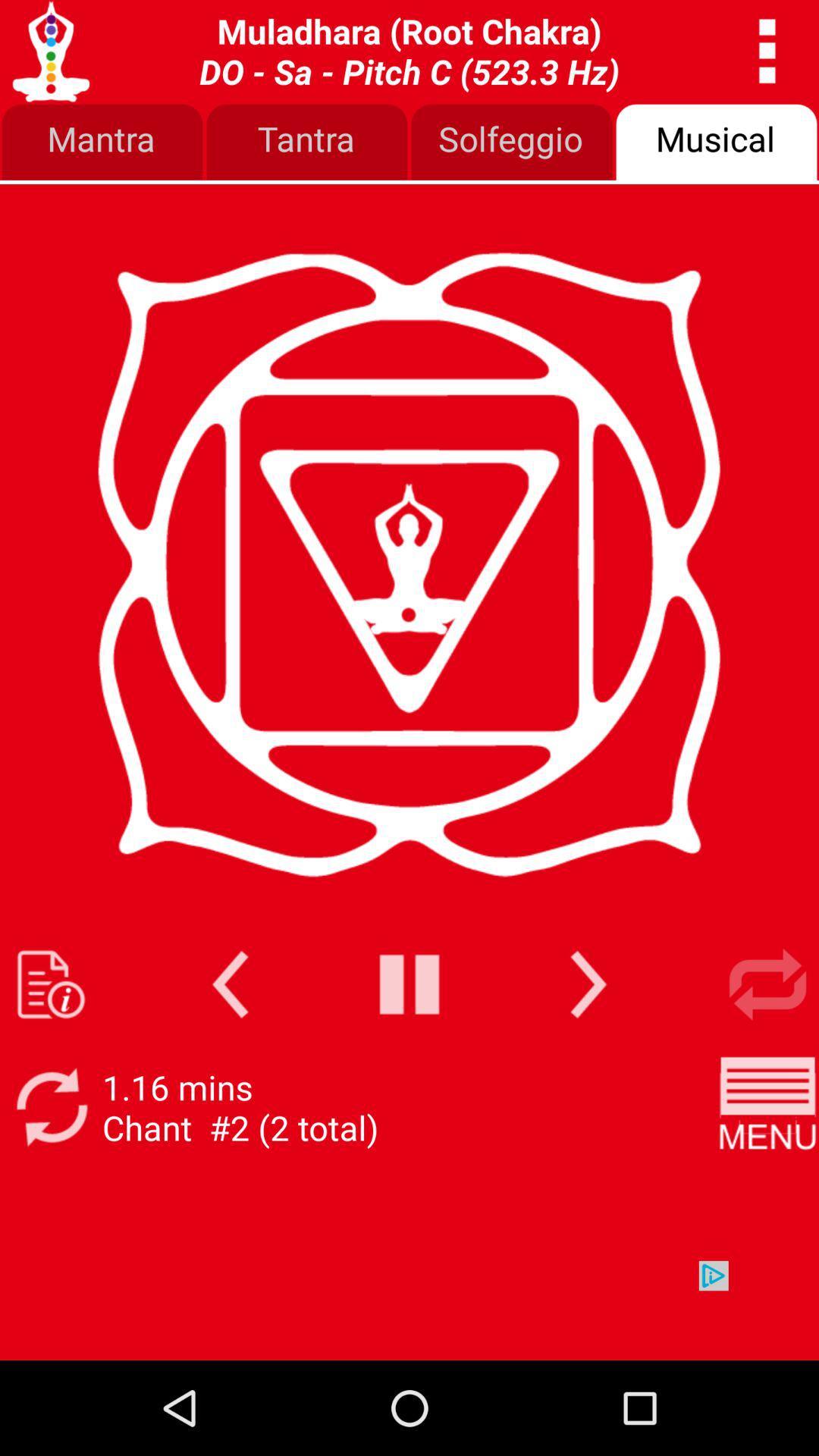 The image size is (819, 1456). I want to click on next, so click(588, 984).